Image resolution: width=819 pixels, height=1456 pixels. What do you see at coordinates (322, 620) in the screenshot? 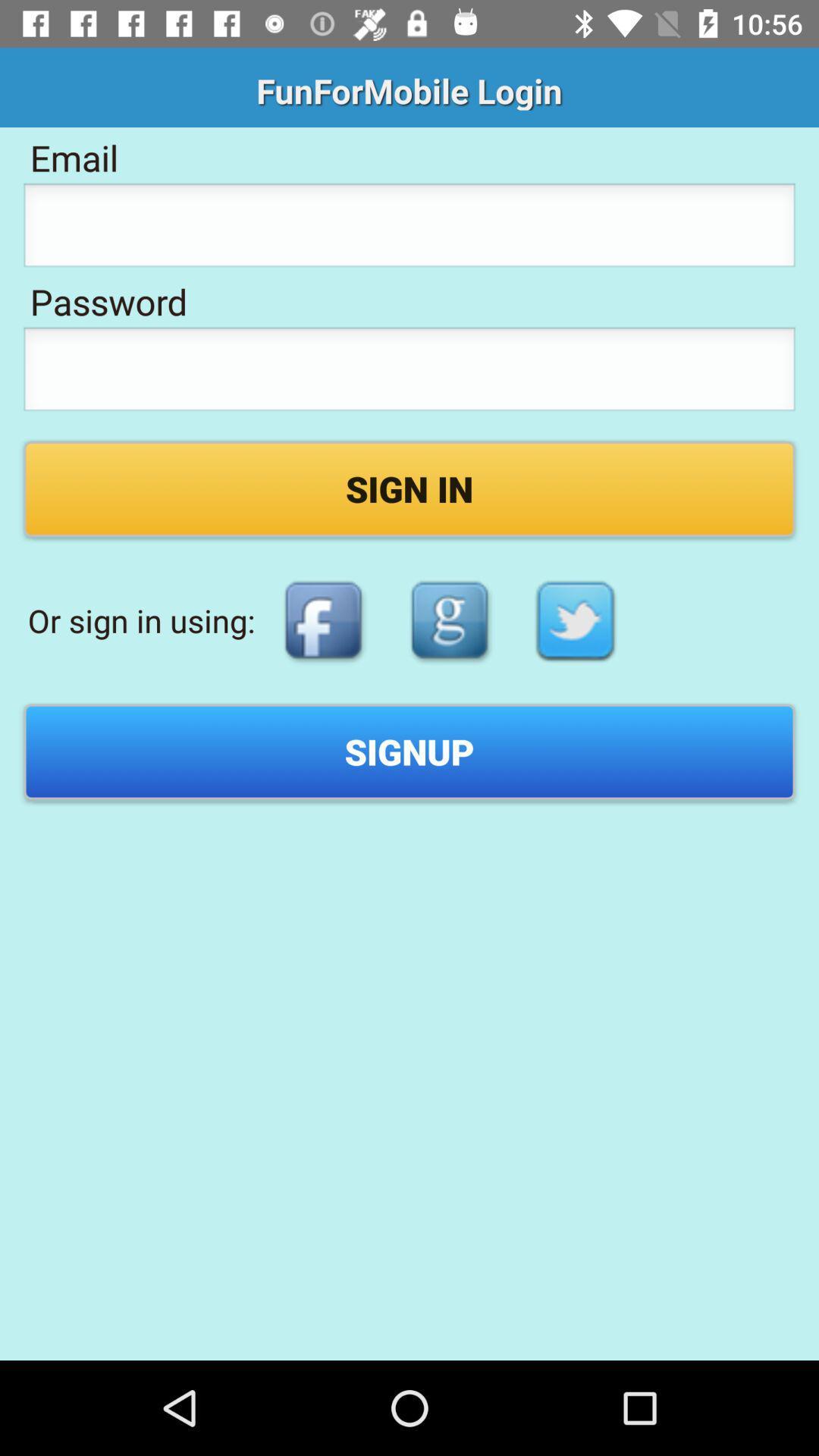
I see `the icon below sign in icon` at bounding box center [322, 620].